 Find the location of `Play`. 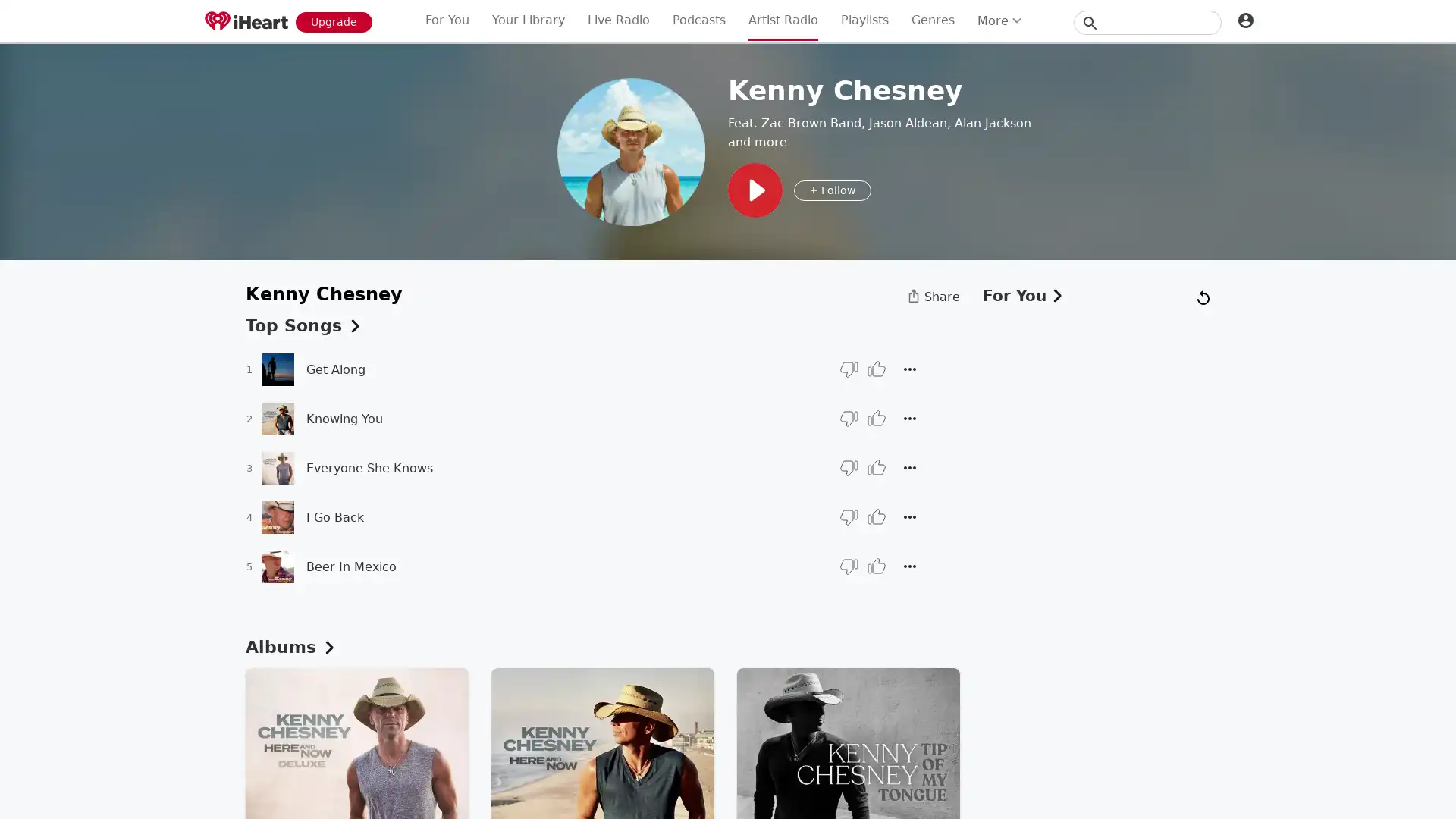

Play is located at coordinates (728, 409).